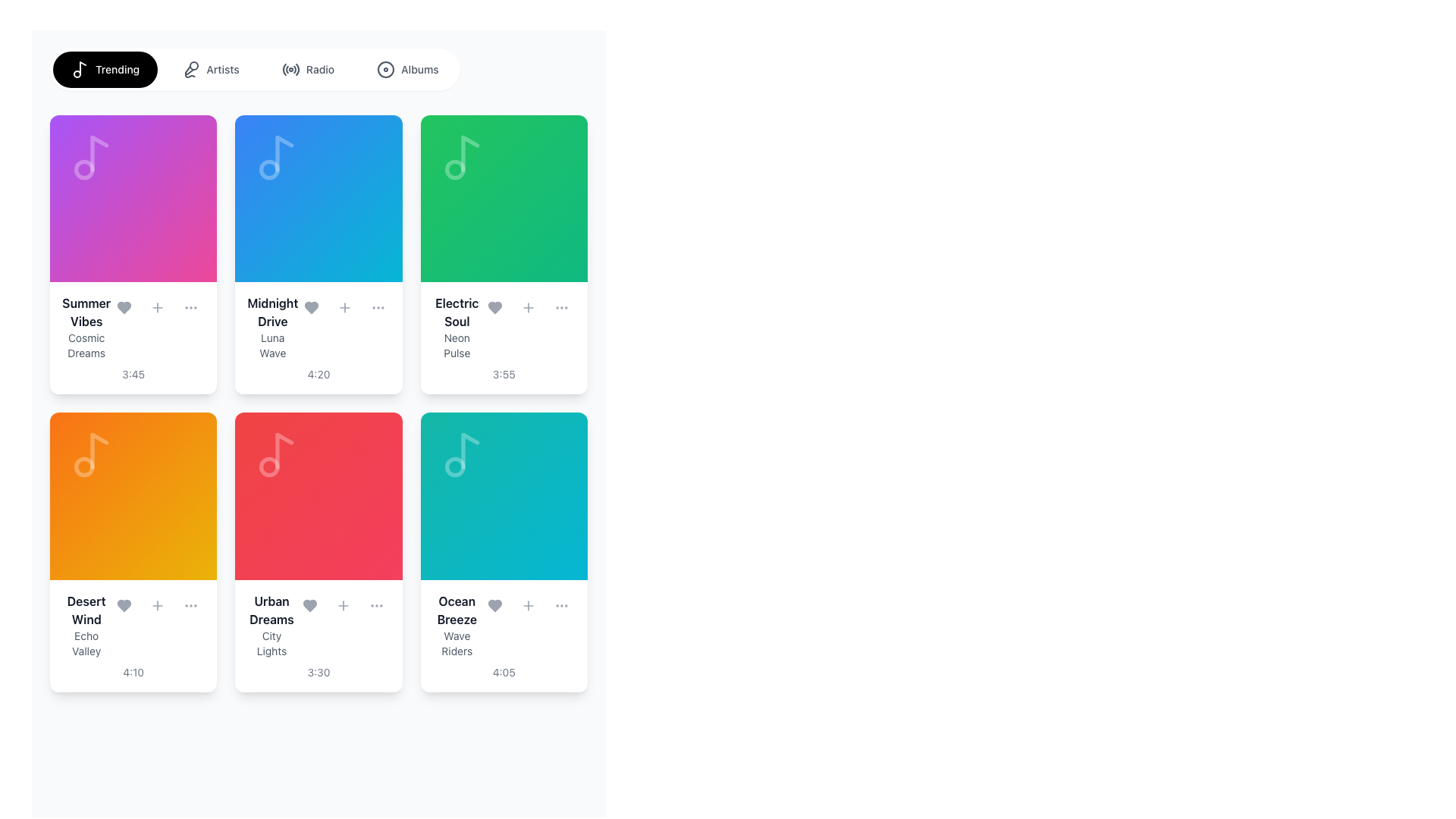 This screenshot has width=1456, height=819. What do you see at coordinates (462, 454) in the screenshot?
I see `the music note icon located in the upper portion of the 'Ocean Breeze' card by 'Wave Riders' with a teal background` at bounding box center [462, 454].